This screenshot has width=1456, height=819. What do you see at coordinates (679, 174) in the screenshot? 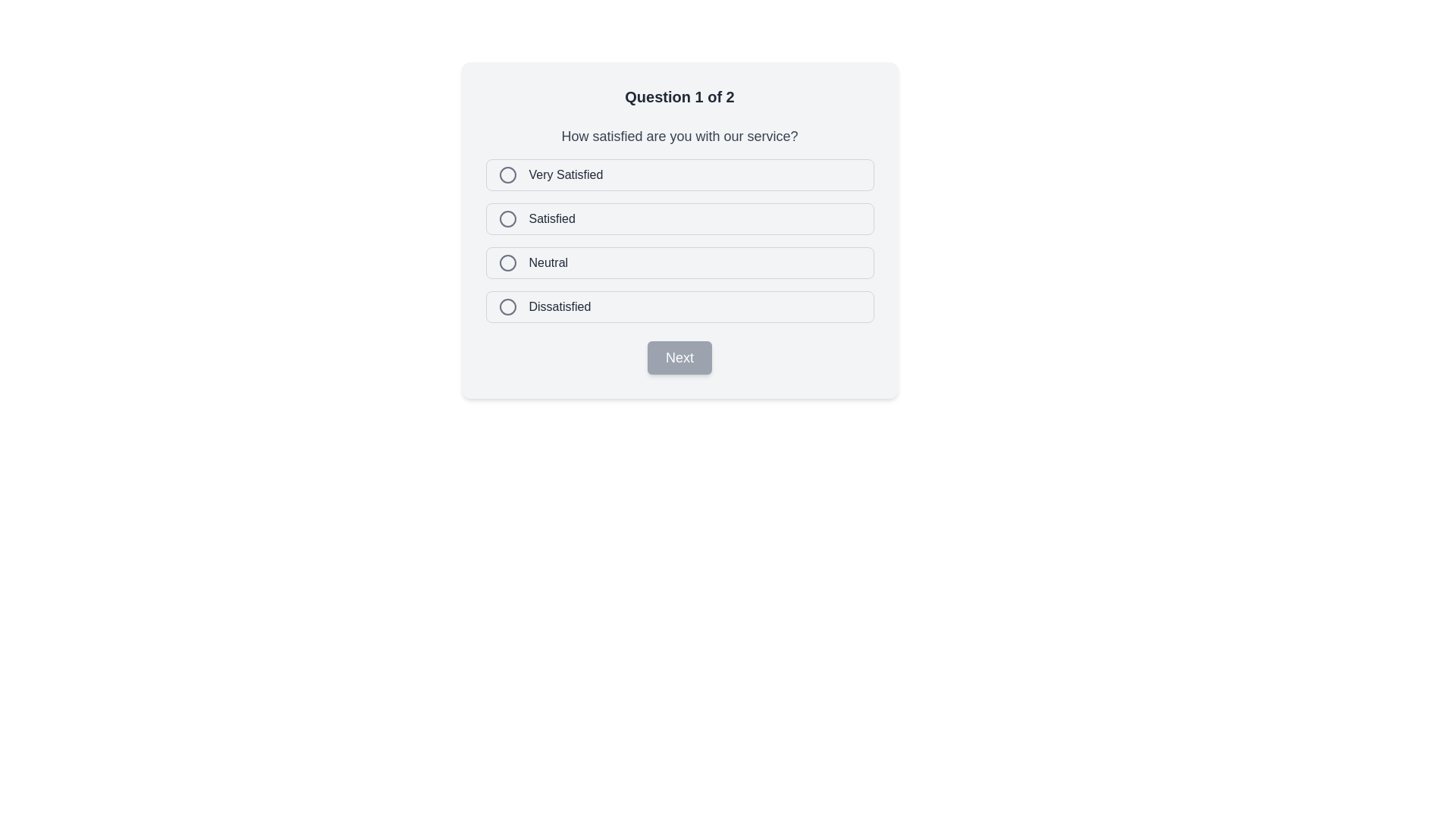
I see `the 'Very Satisfied' radio button option` at bounding box center [679, 174].